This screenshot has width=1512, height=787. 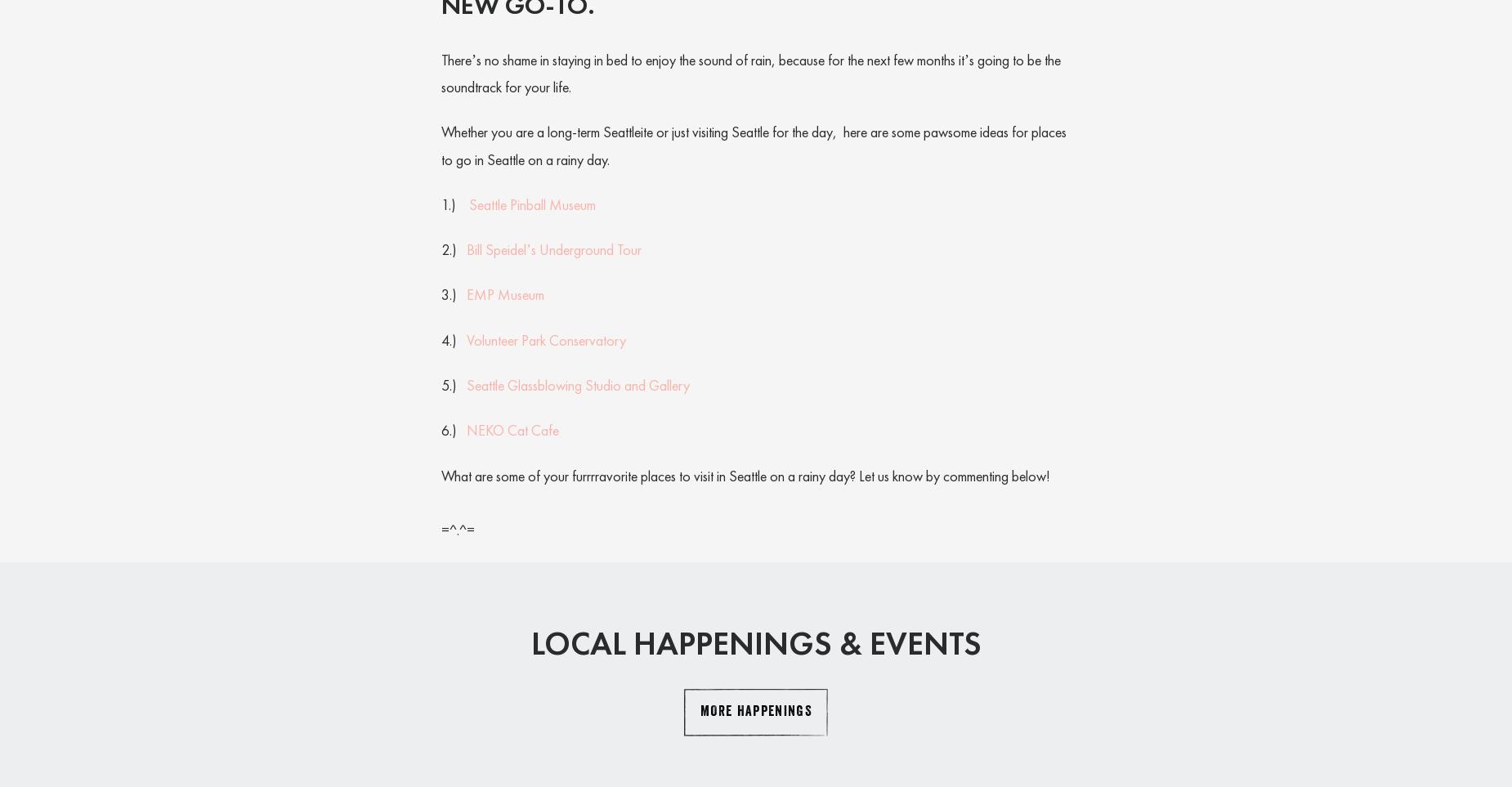 What do you see at coordinates (441, 384) in the screenshot?
I see `'5.)'` at bounding box center [441, 384].